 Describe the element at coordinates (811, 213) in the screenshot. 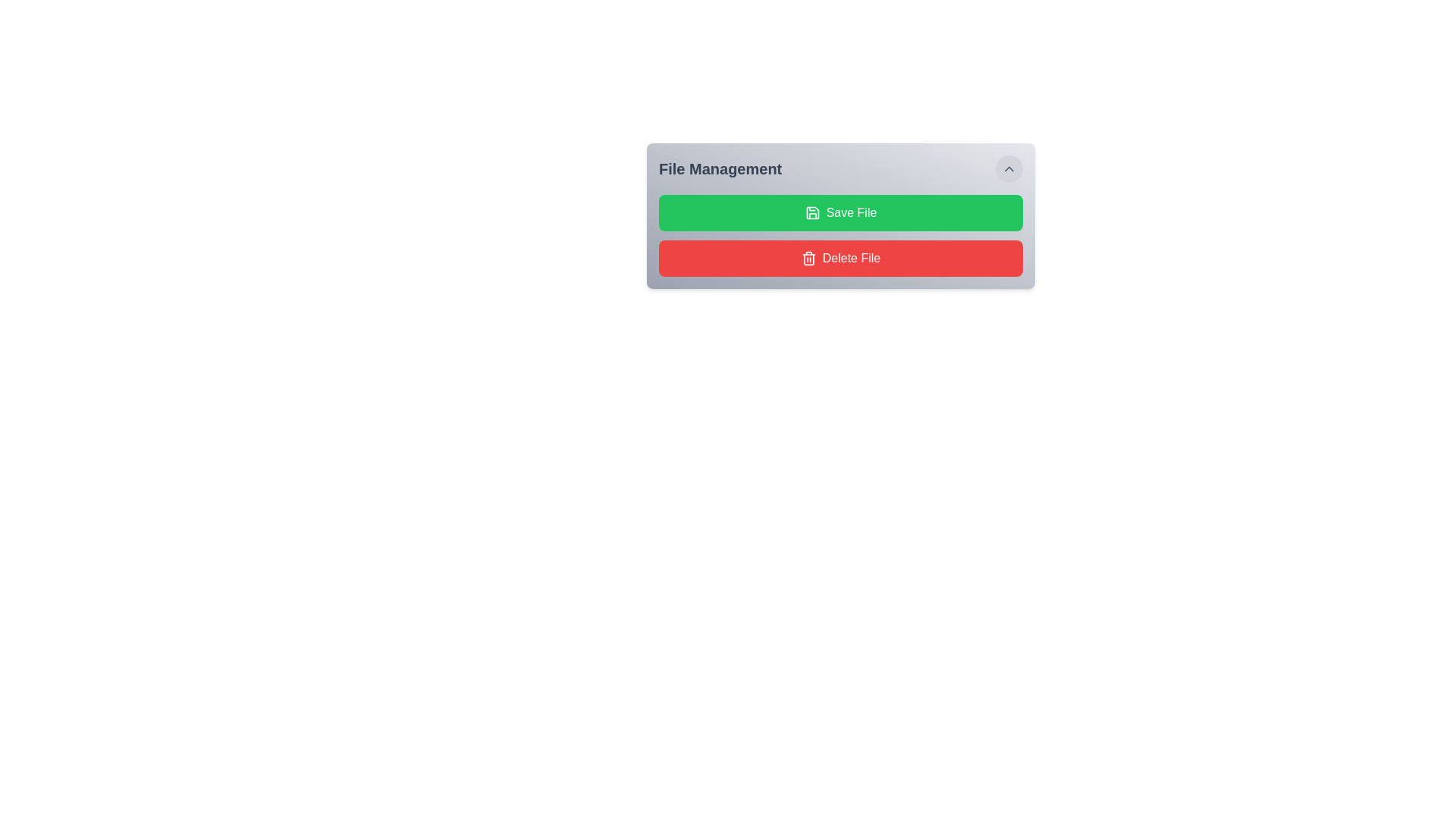

I see `the floppy disk icon with a green background, which represents the save action, located within the 'Save File' button in the 'File Management' section` at that location.